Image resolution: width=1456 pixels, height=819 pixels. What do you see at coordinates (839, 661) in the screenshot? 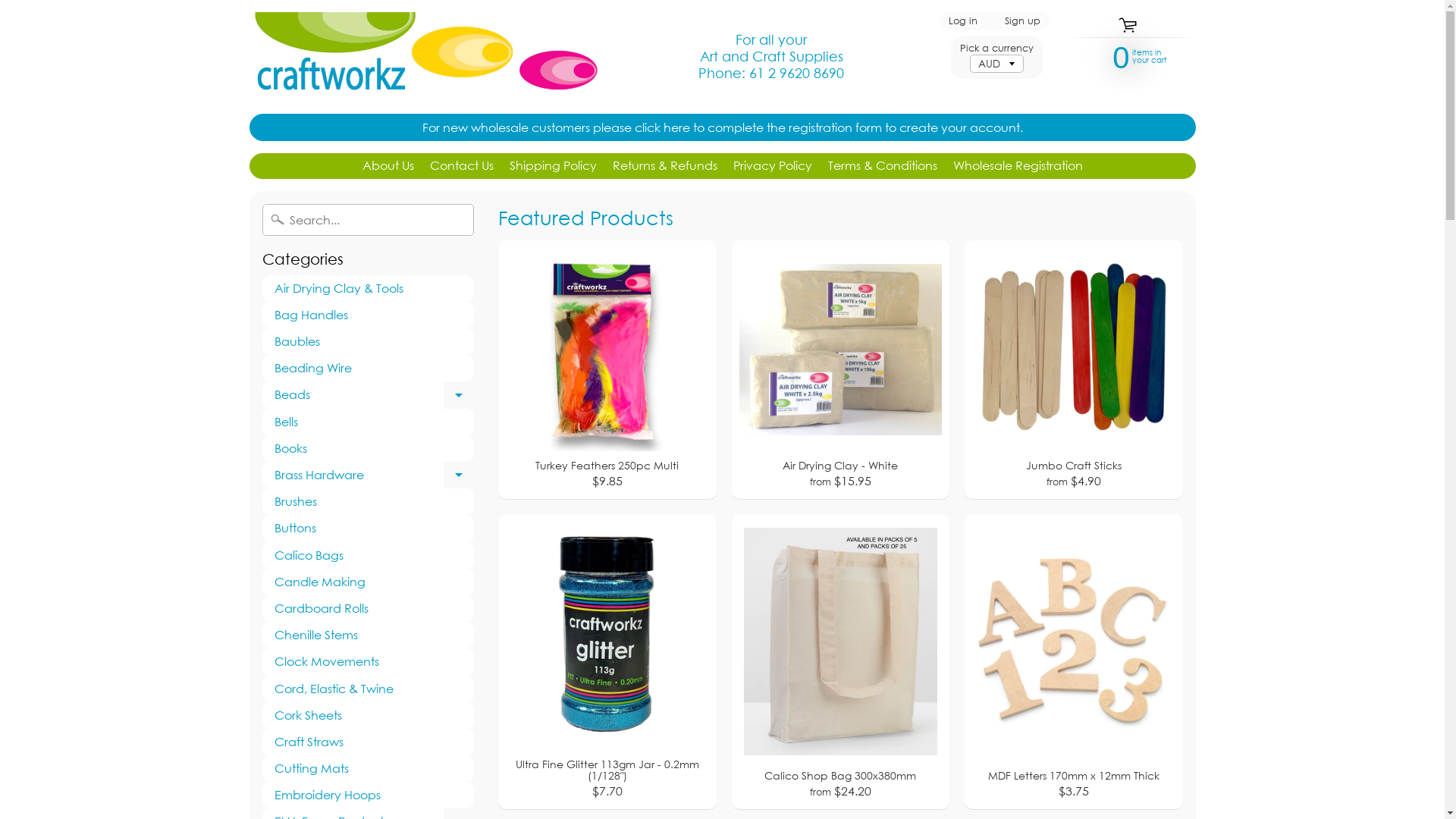
I see `'Calico Shop Bag 300x380mm` at bounding box center [839, 661].